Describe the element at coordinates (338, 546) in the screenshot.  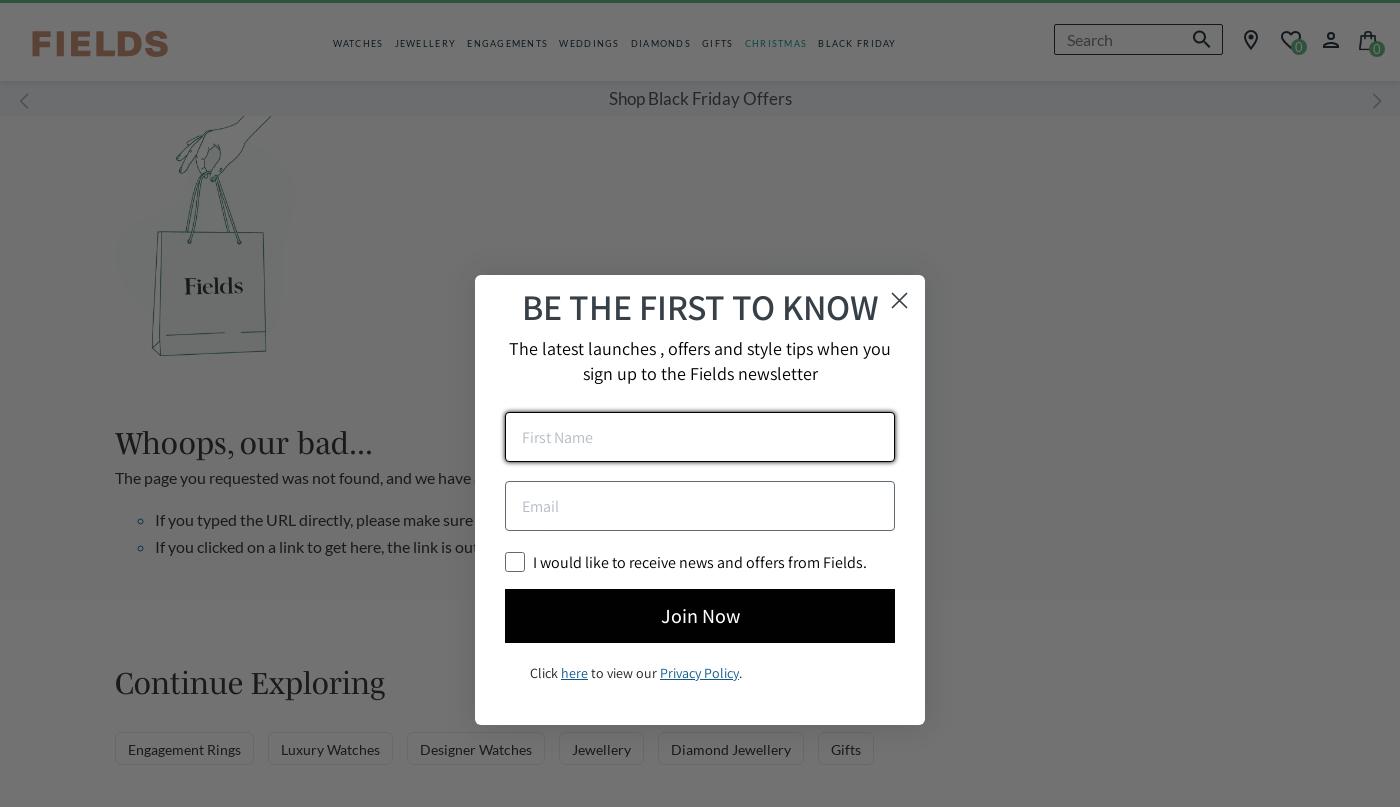
I see `'If you clicked on a link to get here, the link is outdated.'` at that location.